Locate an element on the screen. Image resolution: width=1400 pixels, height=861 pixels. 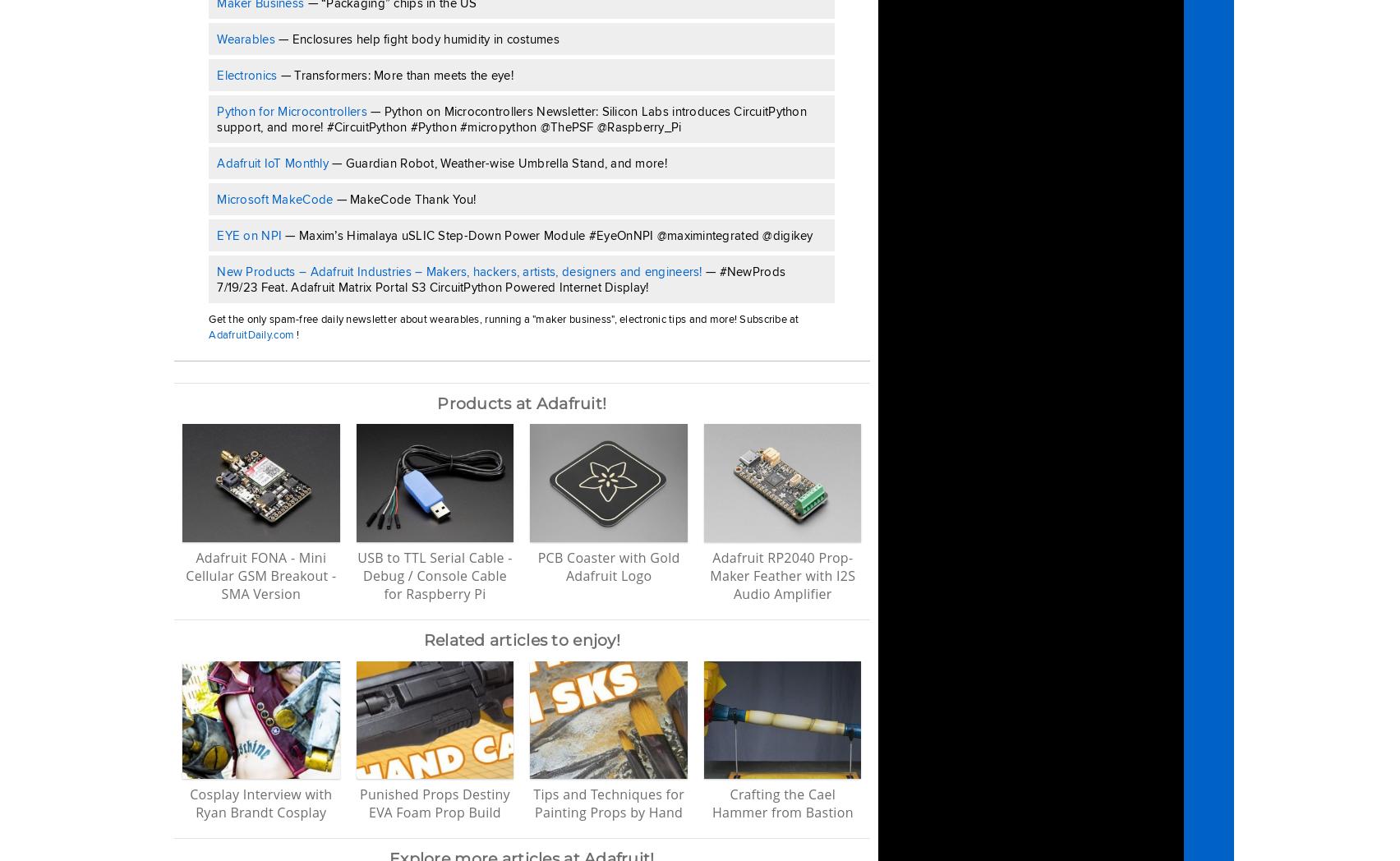
'— Enclosures help fight body humidity in costumes' is located at coordinates (416, 39).